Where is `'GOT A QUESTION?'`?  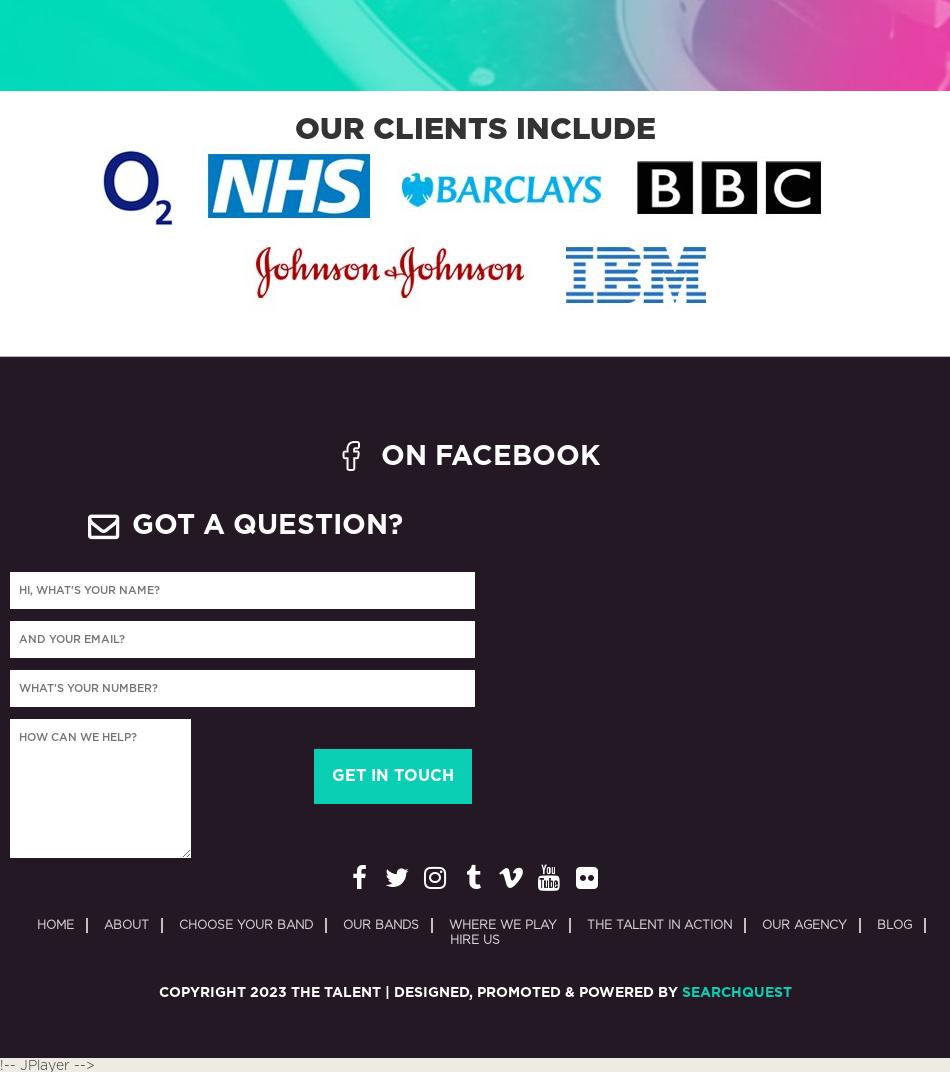 'GOT A QUESTION?' is located at coordinates (131, 526).